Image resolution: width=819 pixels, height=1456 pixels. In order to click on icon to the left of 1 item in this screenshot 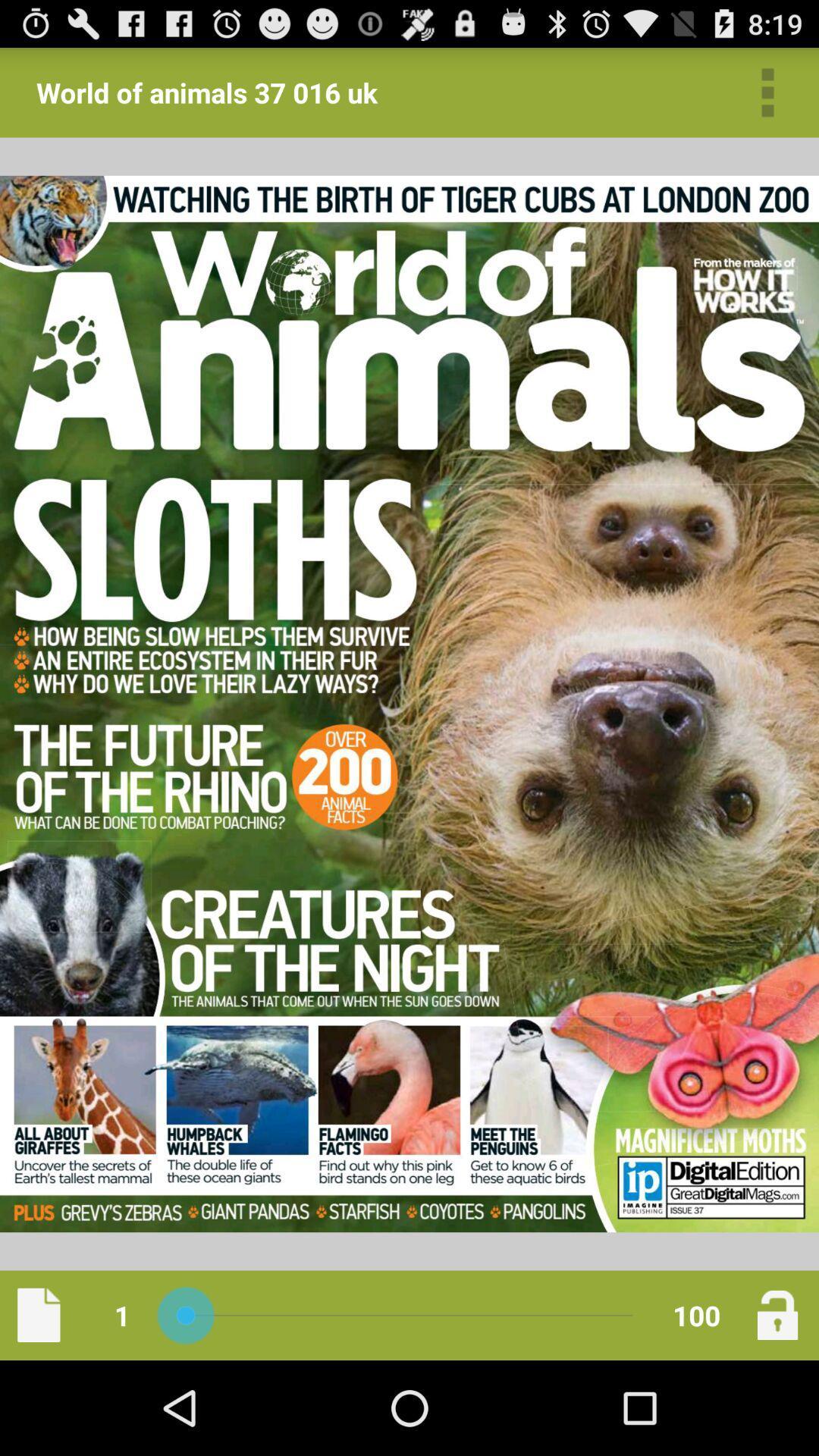, I will do `click(38, 1314)`.